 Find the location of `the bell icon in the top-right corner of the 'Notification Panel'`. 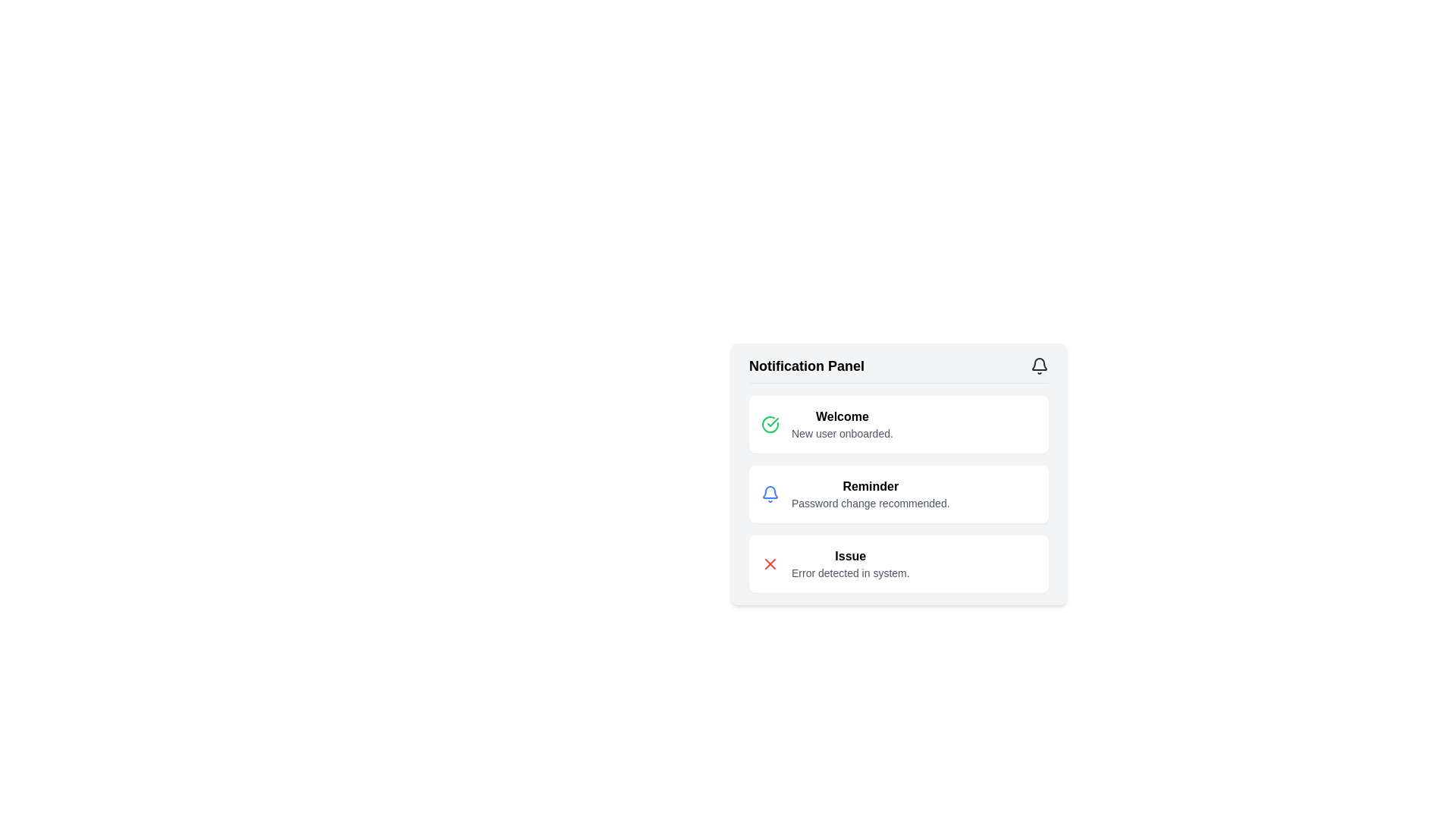

the bell icon in the top-right corner of the 'Notification Panel' is located at coordinates (1039, 366).